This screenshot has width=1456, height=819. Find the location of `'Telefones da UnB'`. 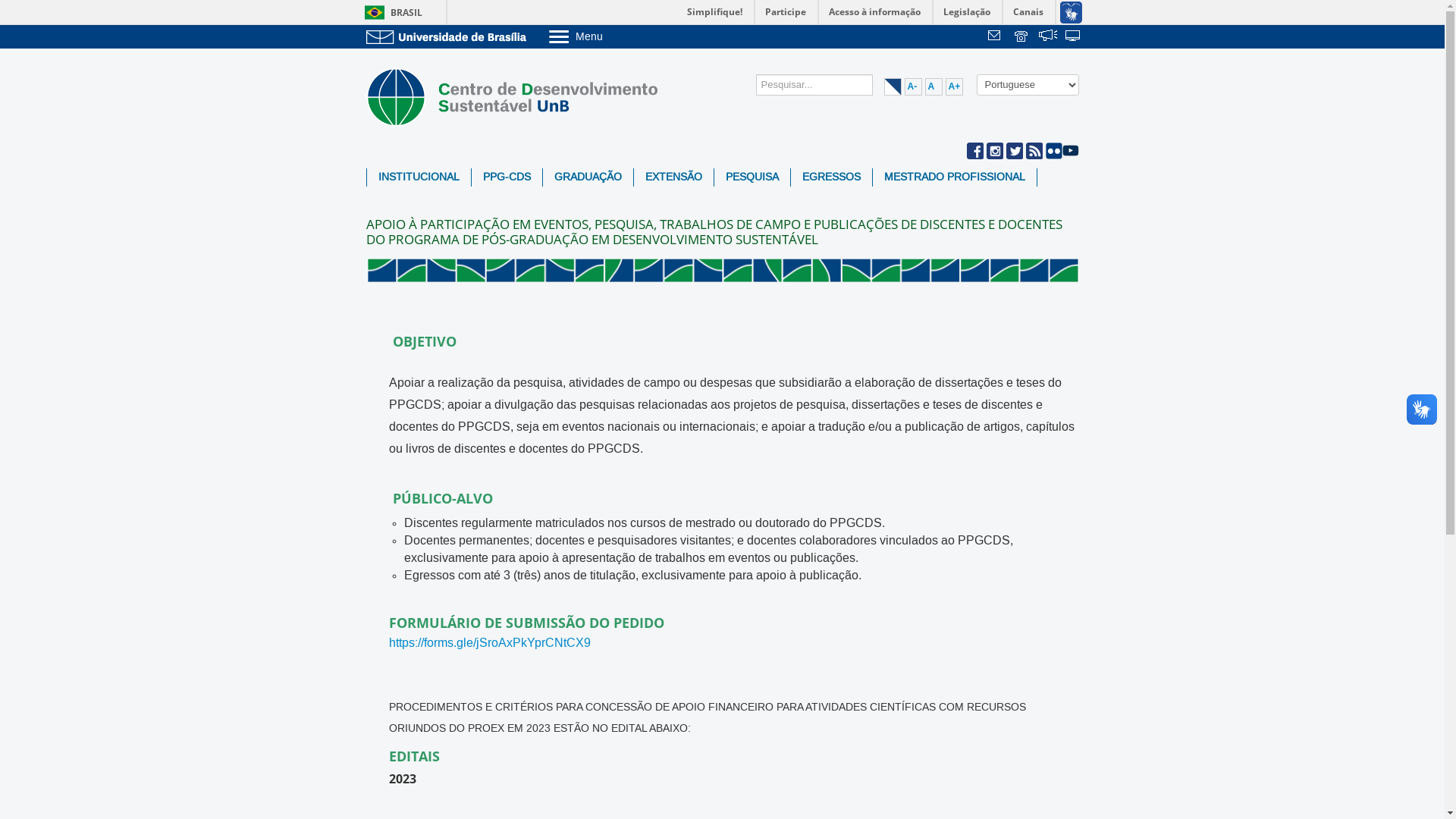

'Telefones da UnB' is located at coordinates (1022, 36).